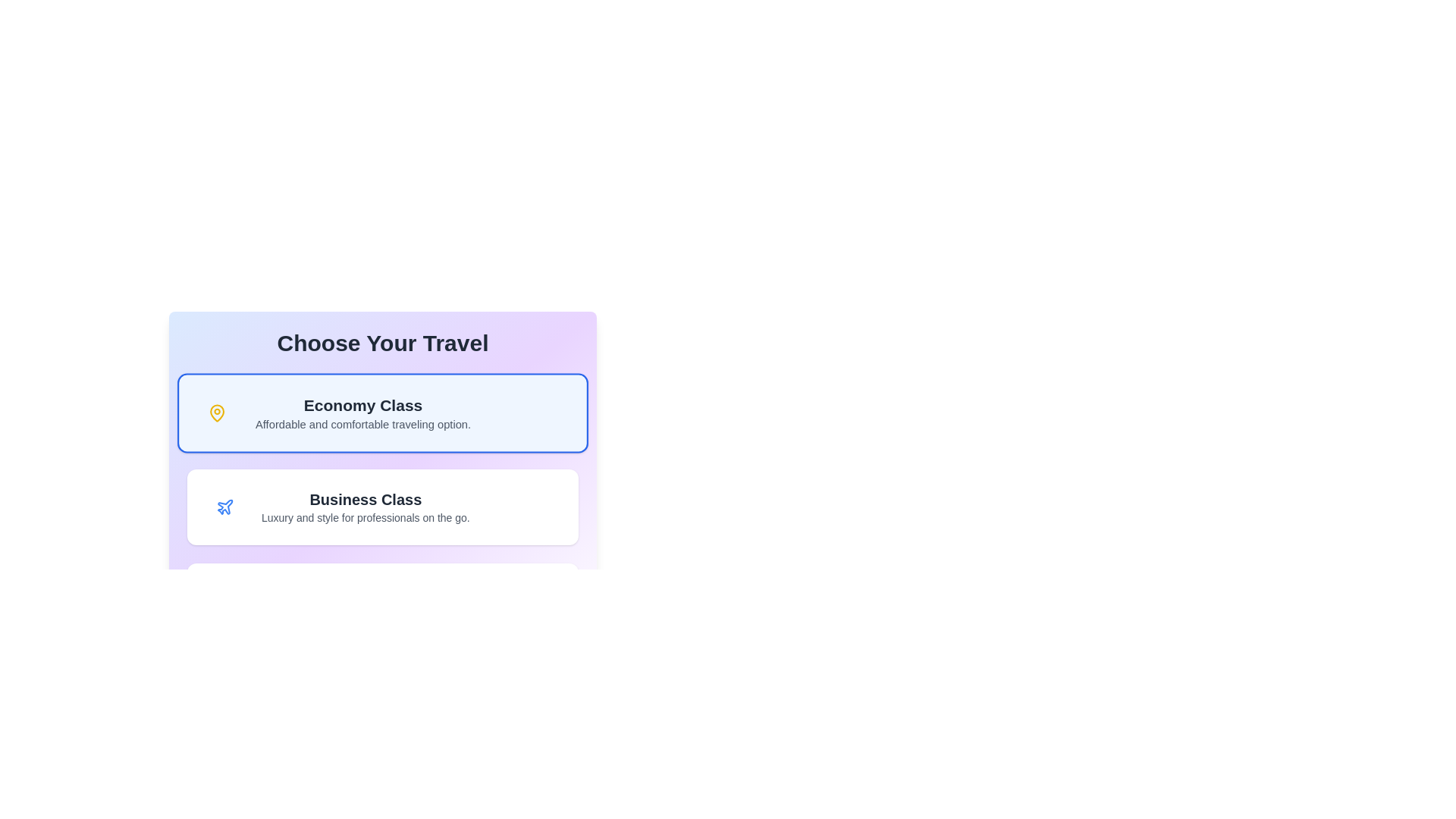  Describe the element at coordinates (382, 507) in the screenshot. I see `the 'Business Class' selectable card, which is the second card in a vertical stack` at that location.